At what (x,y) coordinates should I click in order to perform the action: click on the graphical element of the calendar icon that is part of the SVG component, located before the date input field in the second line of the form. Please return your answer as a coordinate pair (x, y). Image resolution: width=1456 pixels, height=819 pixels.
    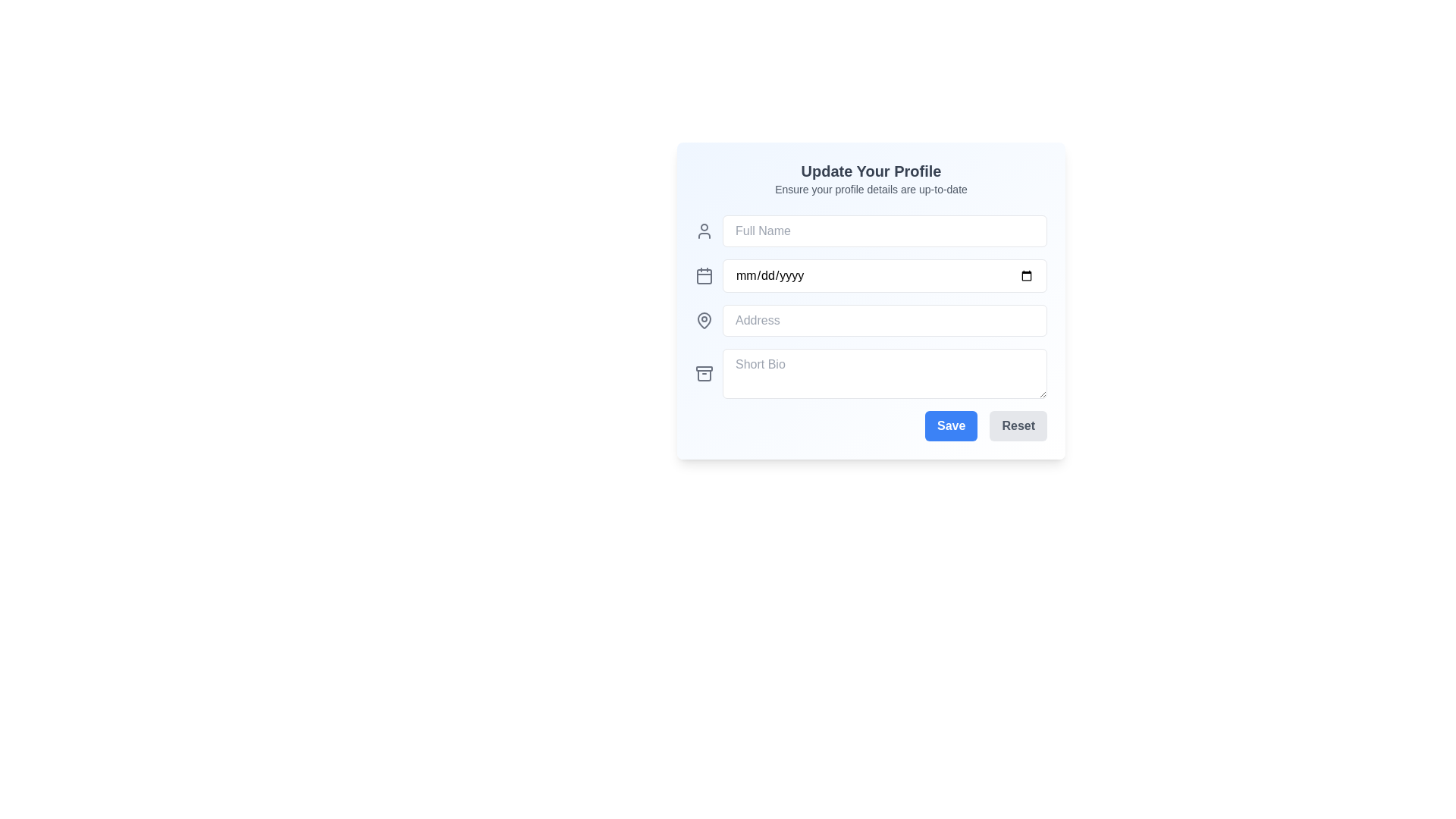
    Looking at the image, I should click on (704, 277).